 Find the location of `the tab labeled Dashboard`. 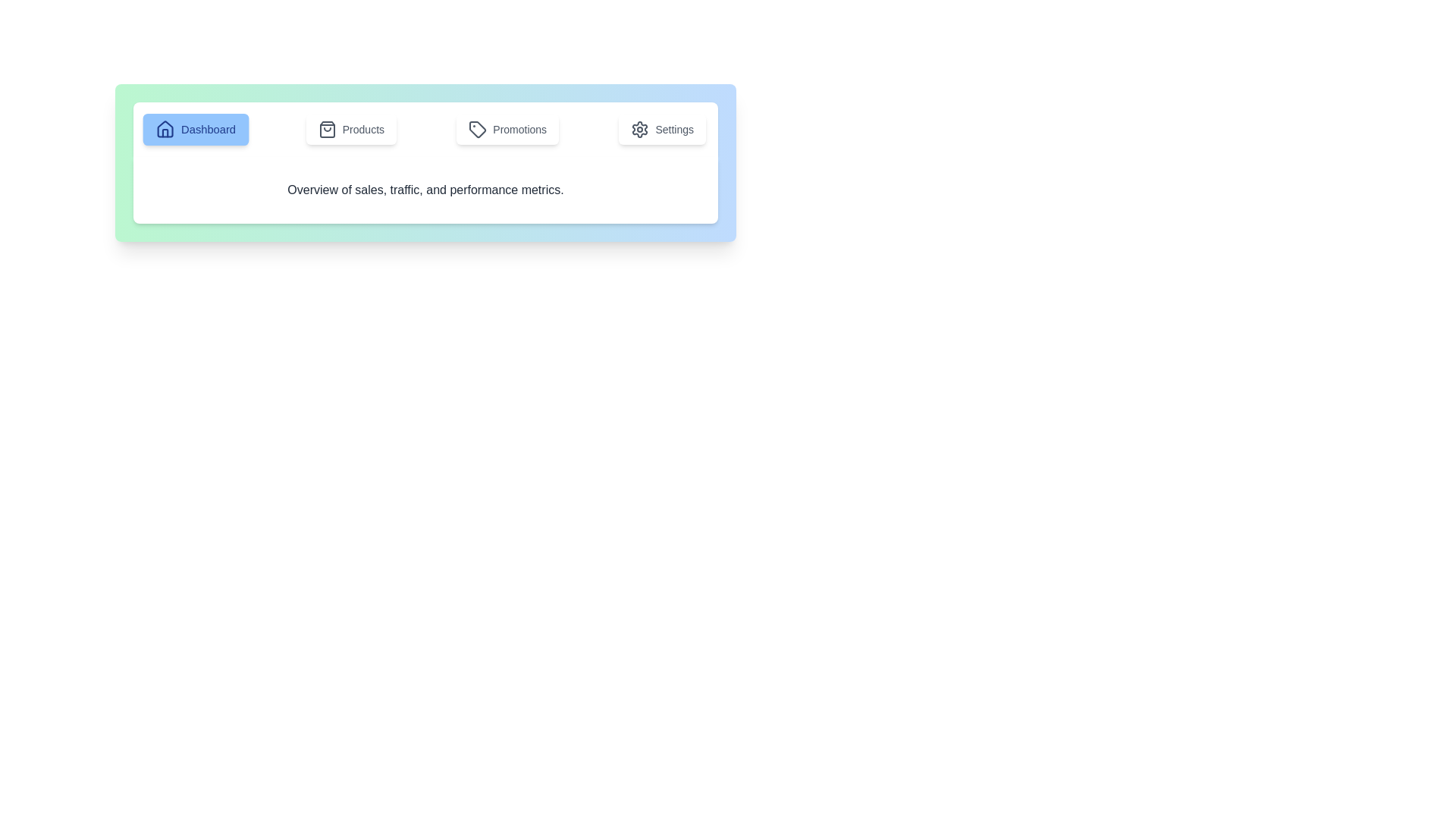

the tab labeled Dashboard is located at coordinates (195, 128).